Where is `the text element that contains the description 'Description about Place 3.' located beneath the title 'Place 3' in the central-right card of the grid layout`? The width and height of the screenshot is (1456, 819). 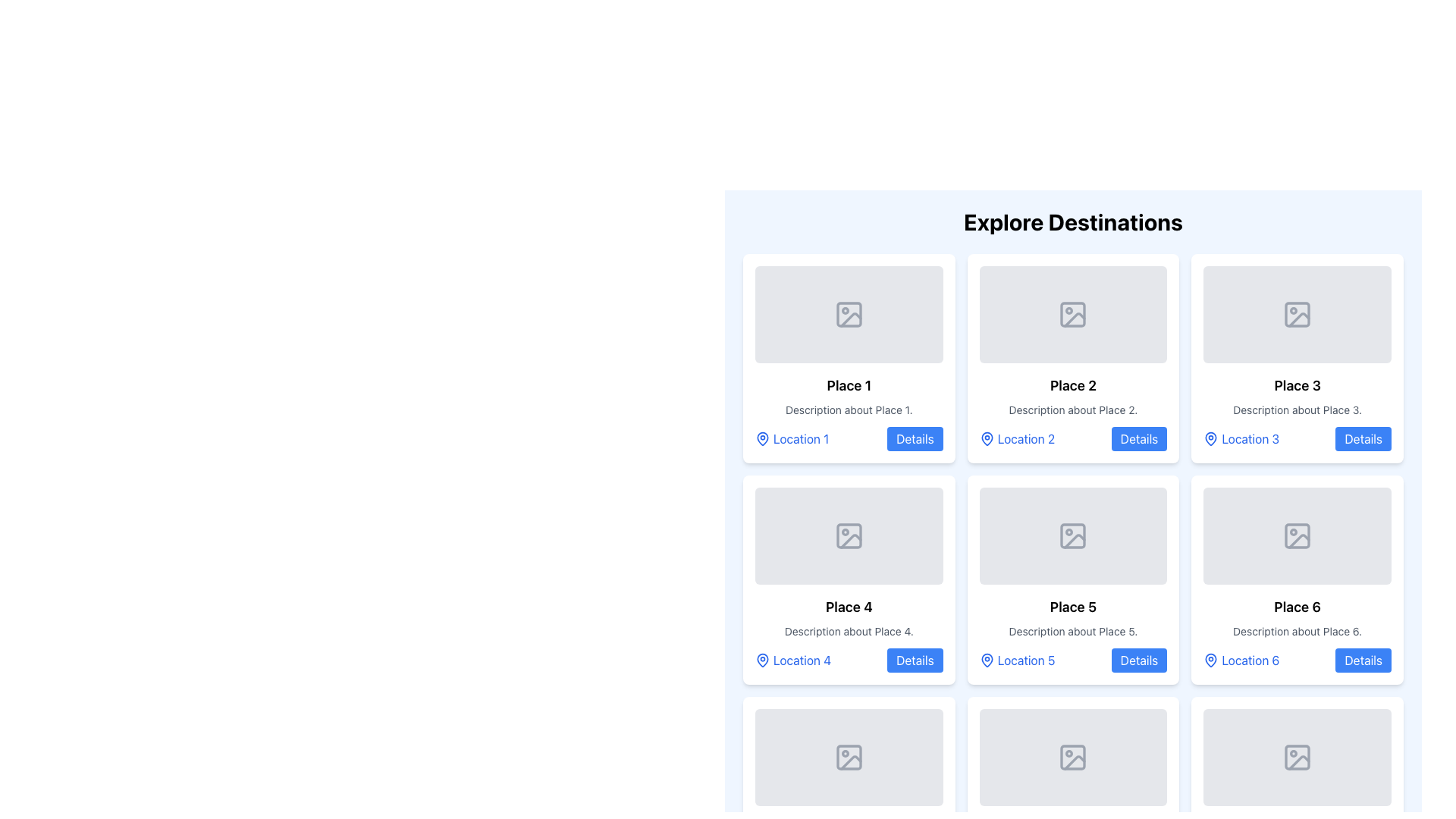
the text element that contains the description 'Description about Place 3.' located beneath the title 'Place 3' in the central-right card of the grid layout is located at coordinates (1297, 409).